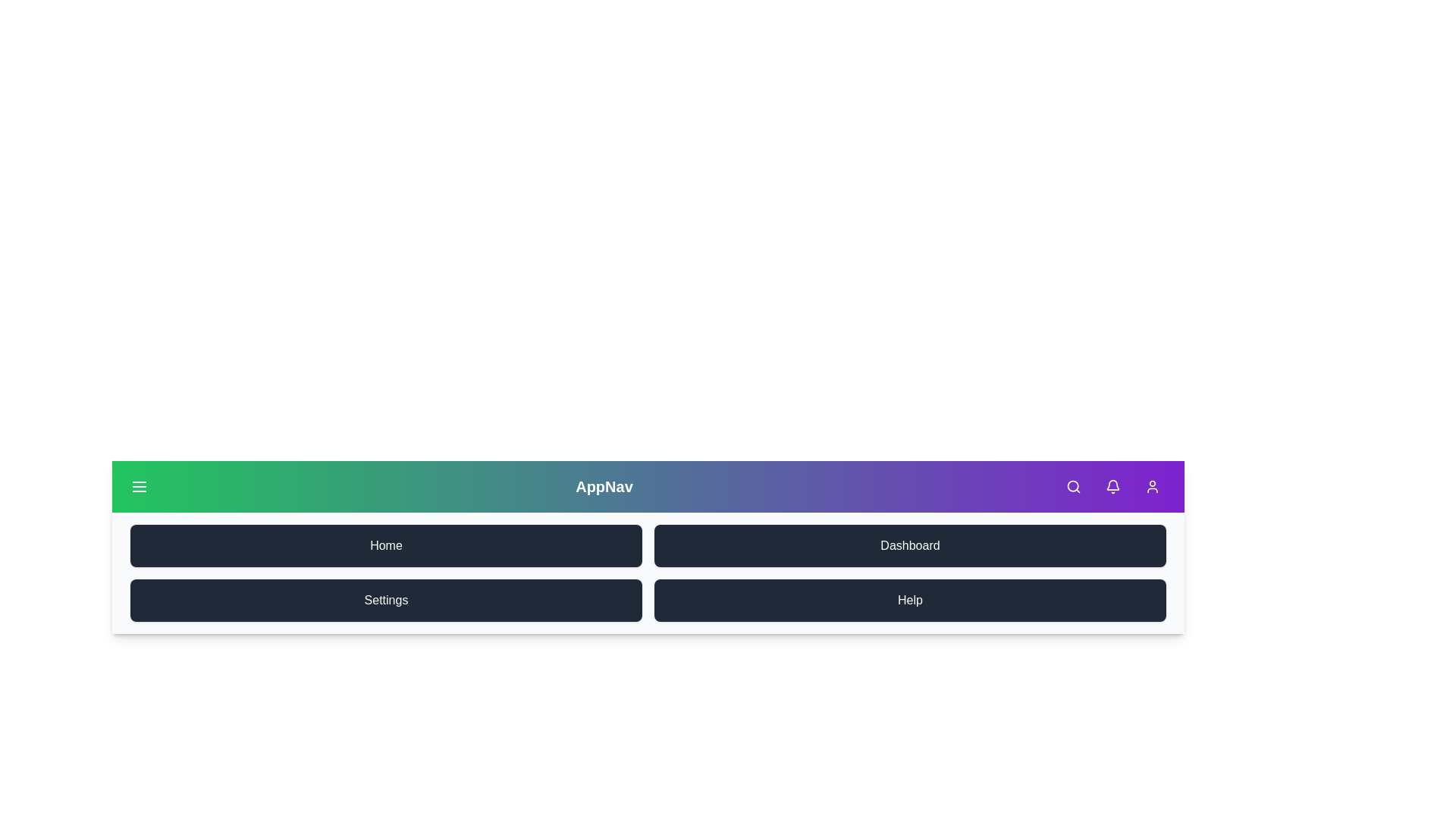 The height and width of the screenshot is (819, 1456). I want to click on the menu item Settings by clicking on it, so click(386, 599).